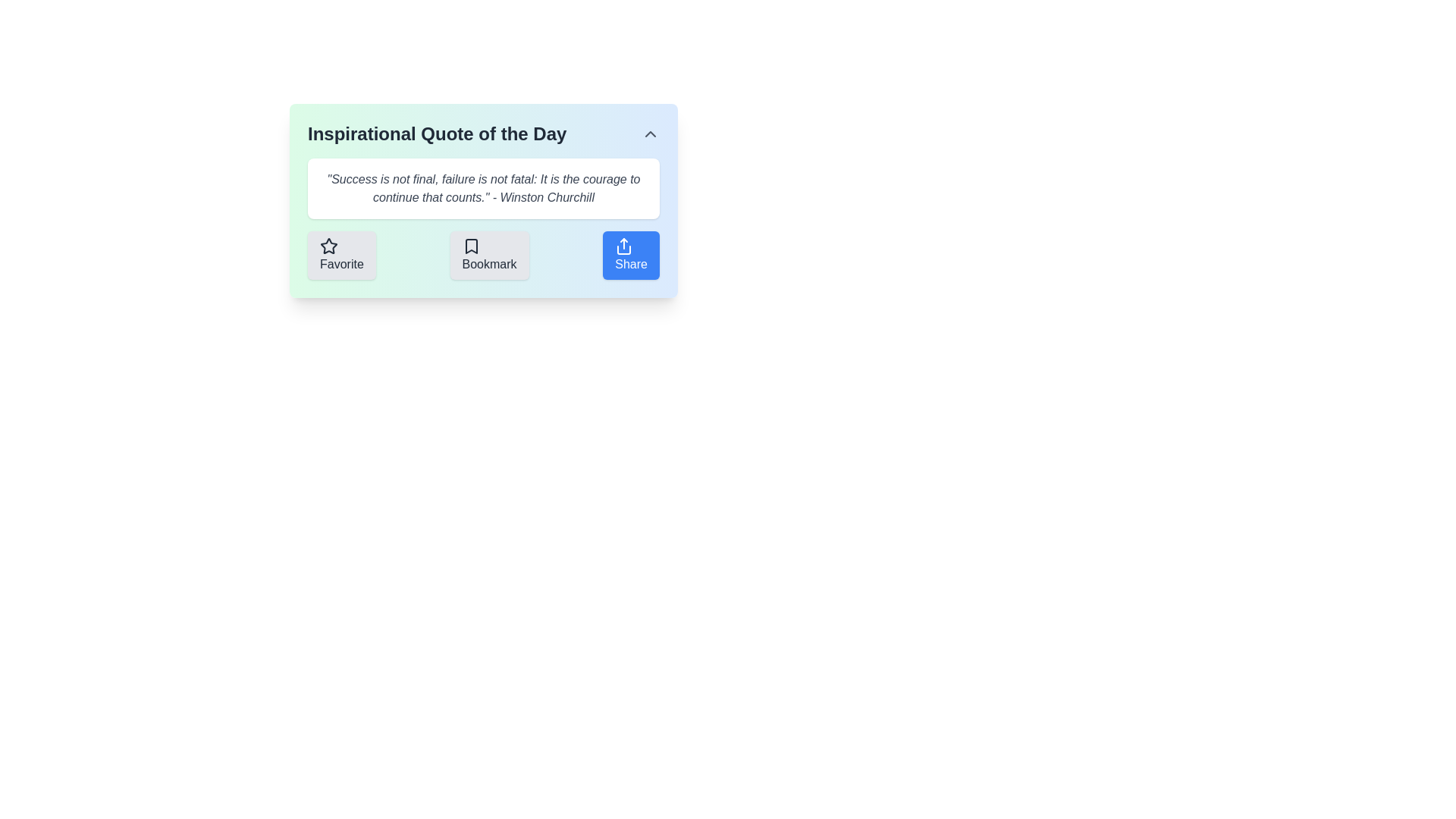 This screenshot has height=819, width=1456. I want to click on the share icon, which is a minimal line-art upward-pointing arrow on a blue background, located in the bottom-right corner of the section containing the 'Favorite' and 'Bookmark' buttons, so click(624, 245).